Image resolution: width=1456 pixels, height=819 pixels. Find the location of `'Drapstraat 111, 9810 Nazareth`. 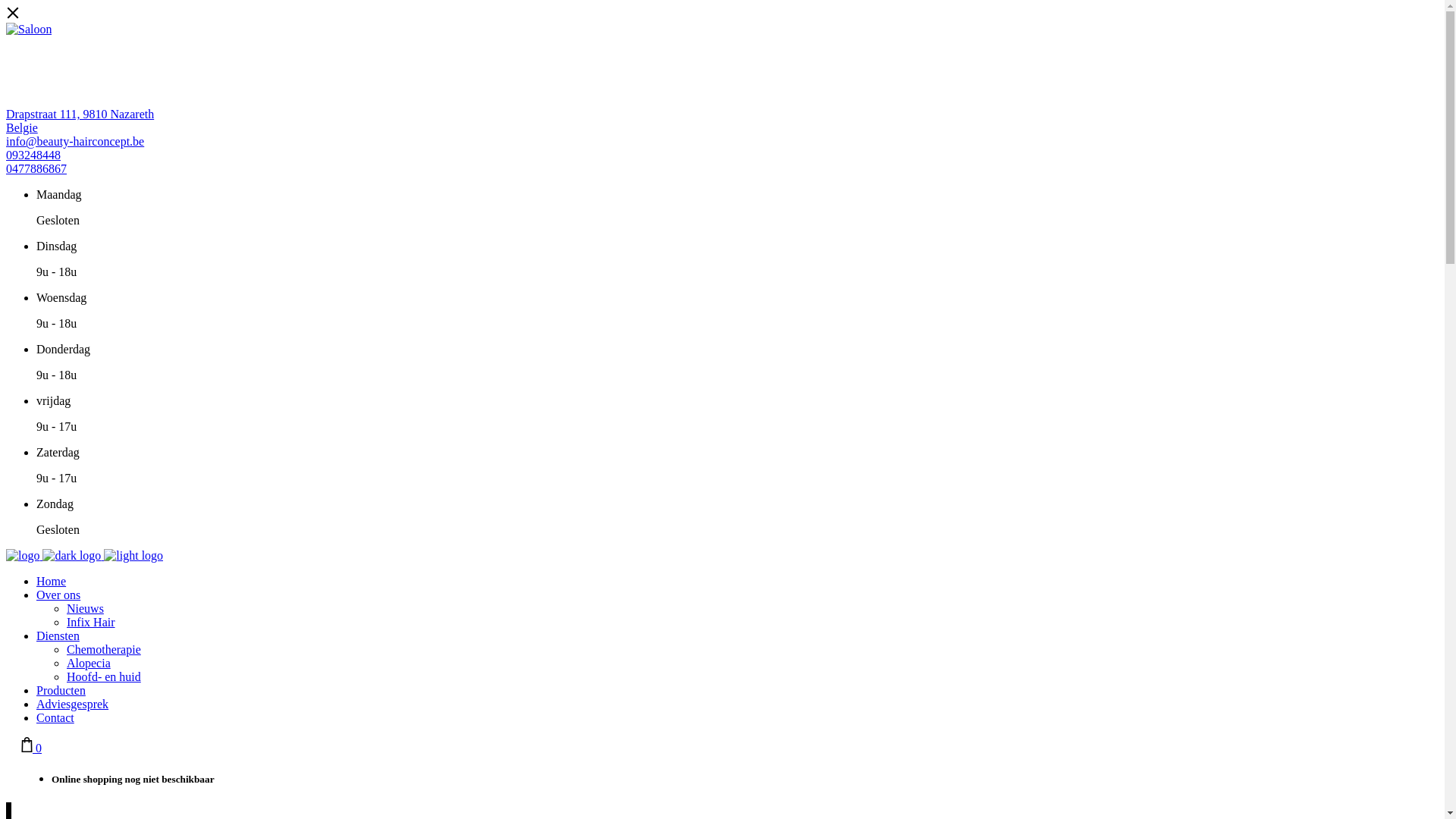

'Drapstraat 111, 9810 Nazareth is located at coordinates (79, 120).